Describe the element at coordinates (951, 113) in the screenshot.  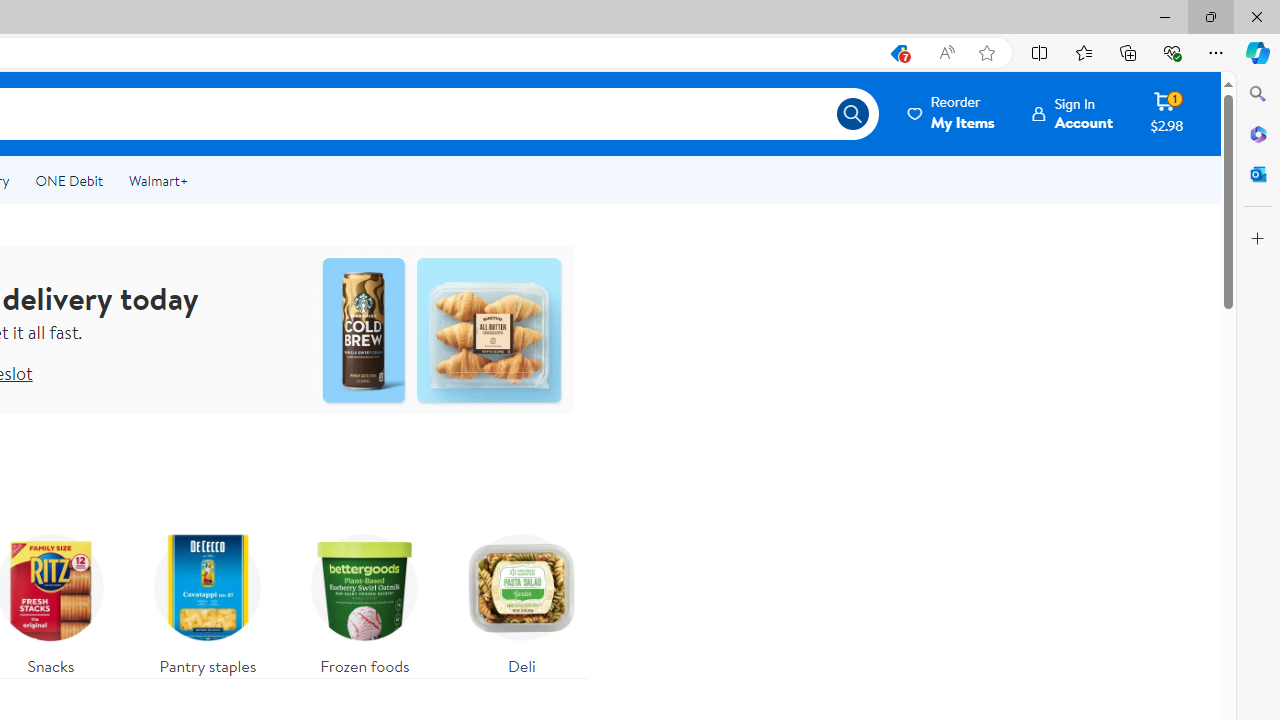
I see `'ReorderMy Items'` at that location.